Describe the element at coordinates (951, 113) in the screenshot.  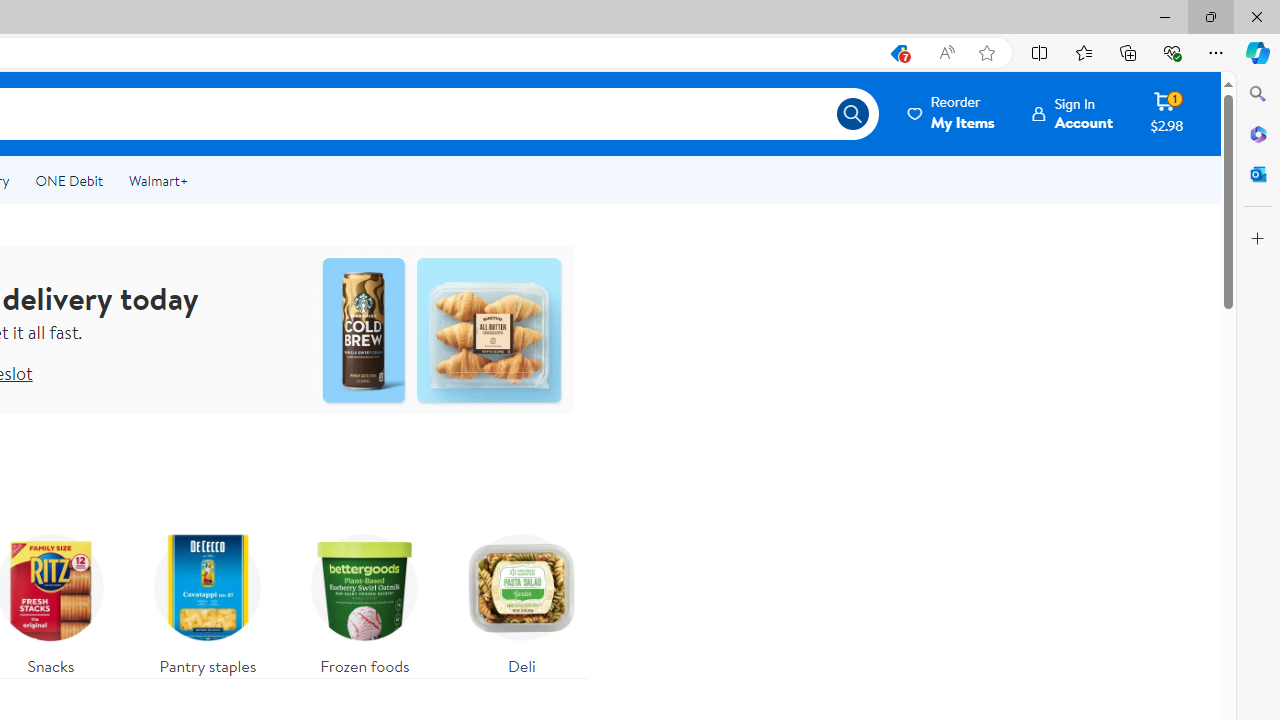
I see `'ReorderMy Items'` at that location.